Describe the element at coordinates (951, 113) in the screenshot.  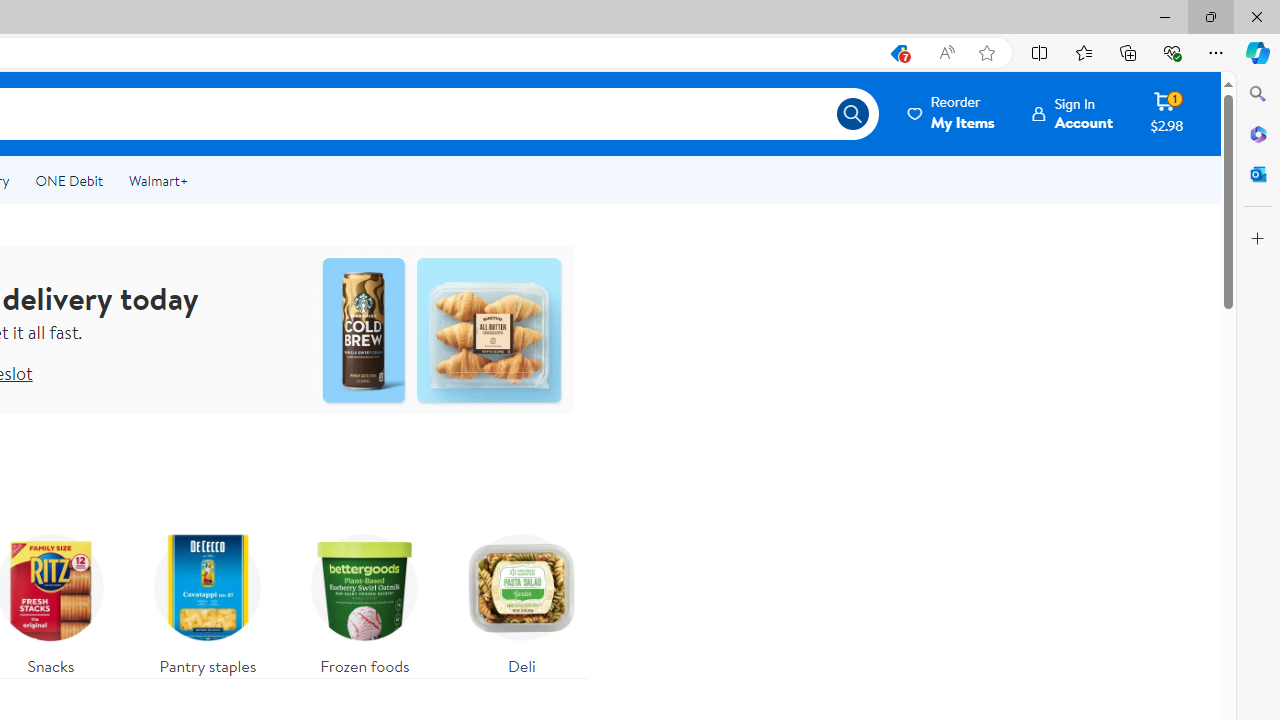
I see `'ReorderMy Items'` at that location.